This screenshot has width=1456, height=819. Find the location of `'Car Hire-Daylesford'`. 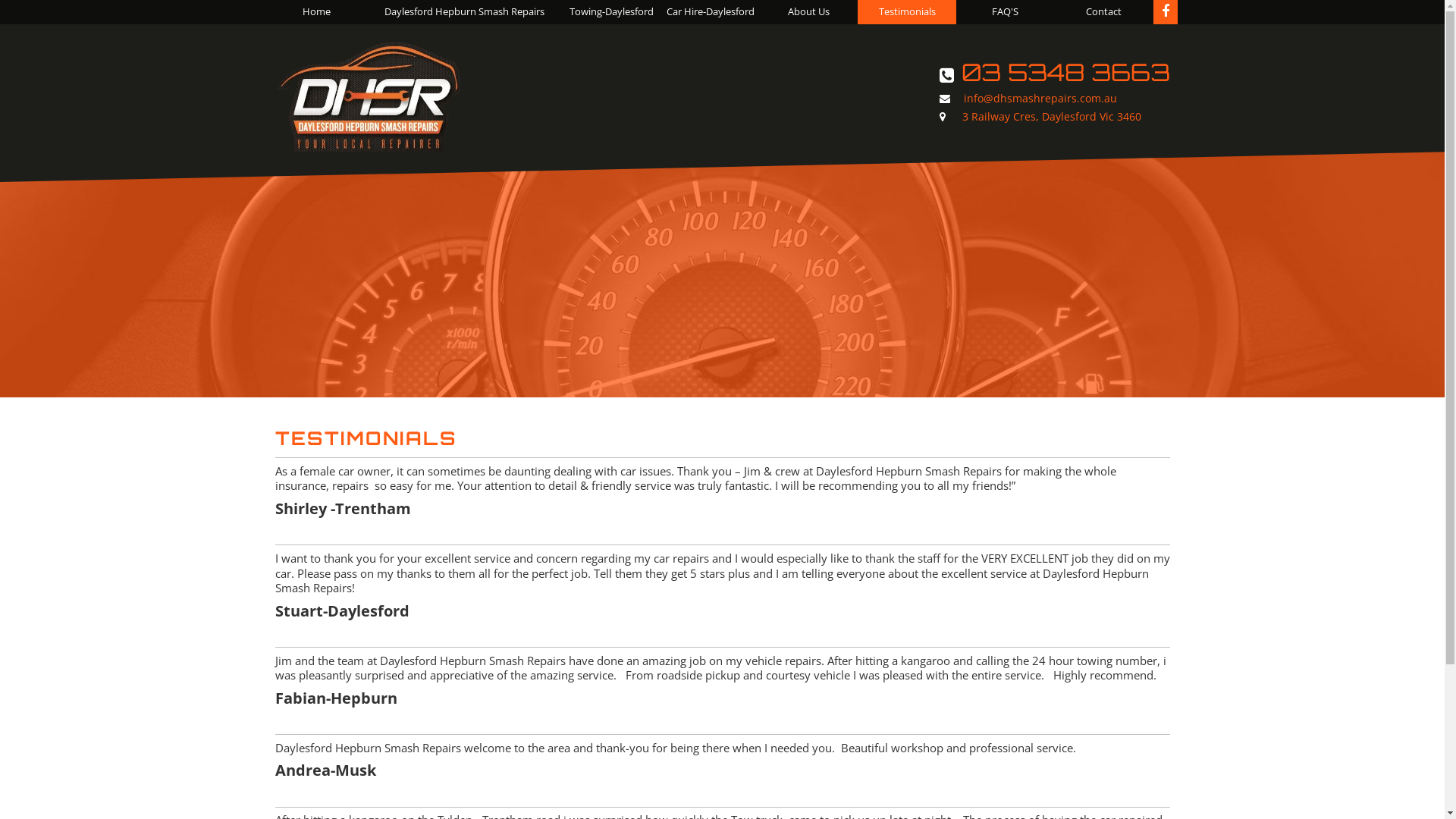

'Car Hire-Daylesford' is located at coordinates (709, 11).